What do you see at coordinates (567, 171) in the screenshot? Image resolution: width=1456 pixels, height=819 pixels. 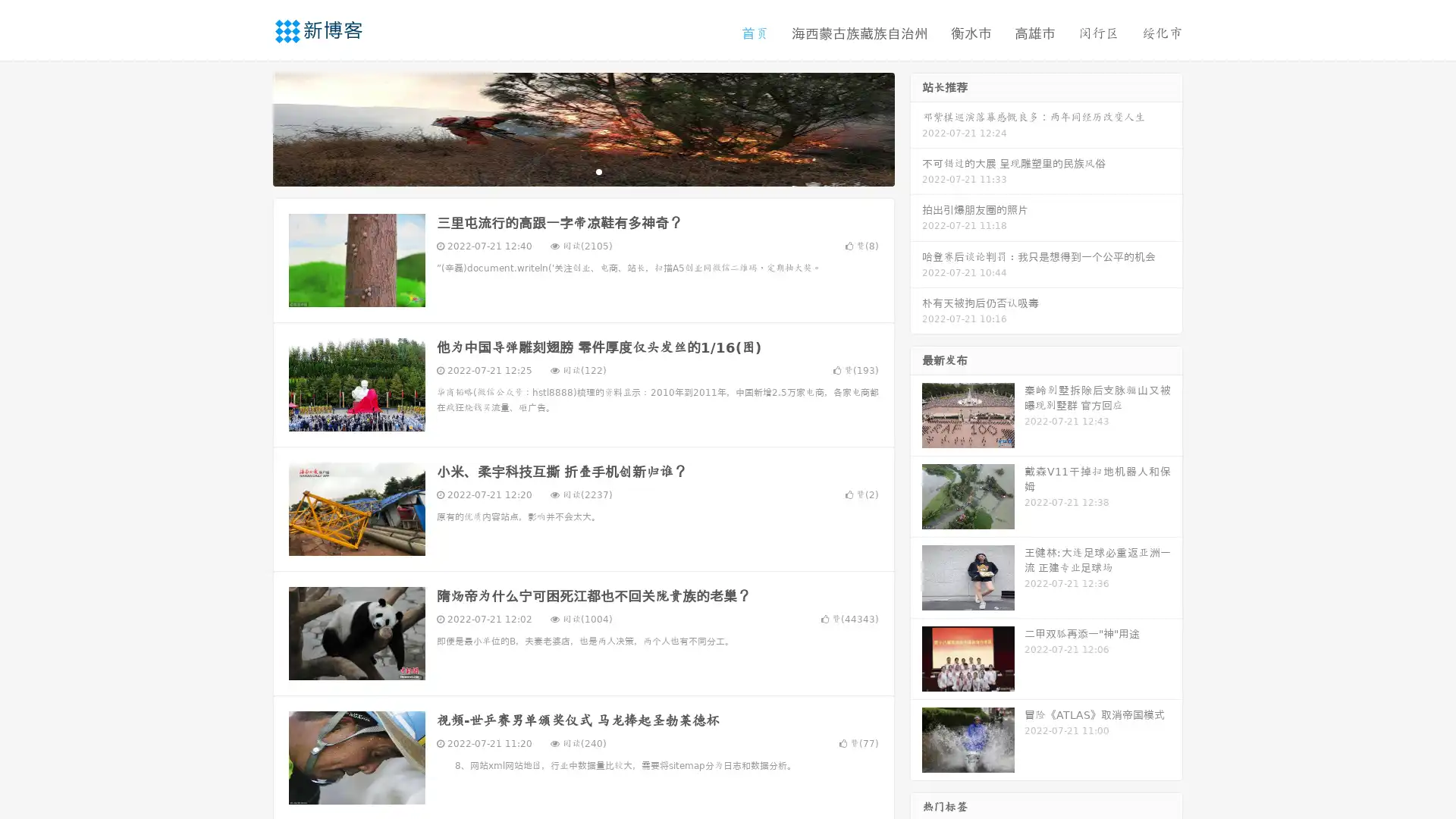 I see `Go to slide 1` at bounding box center [567, 171].